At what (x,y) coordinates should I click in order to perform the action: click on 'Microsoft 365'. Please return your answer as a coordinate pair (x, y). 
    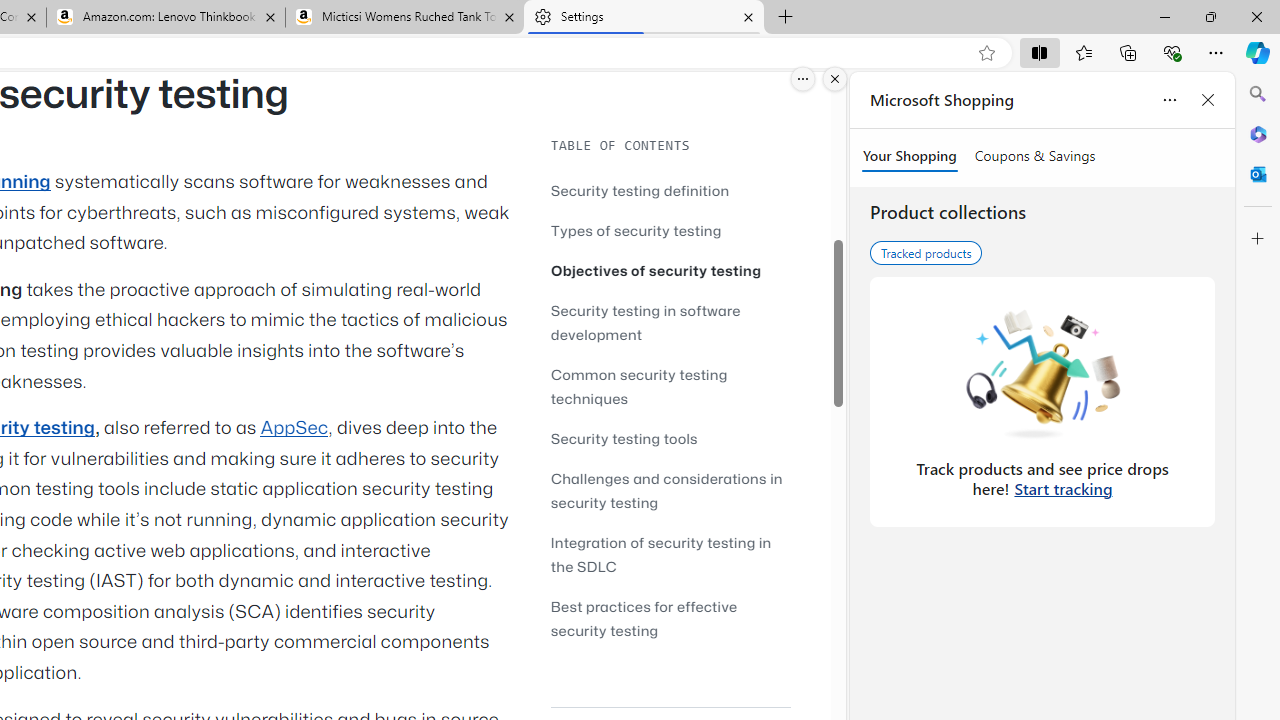
    Looking at the image, I should click on (1257, 133).